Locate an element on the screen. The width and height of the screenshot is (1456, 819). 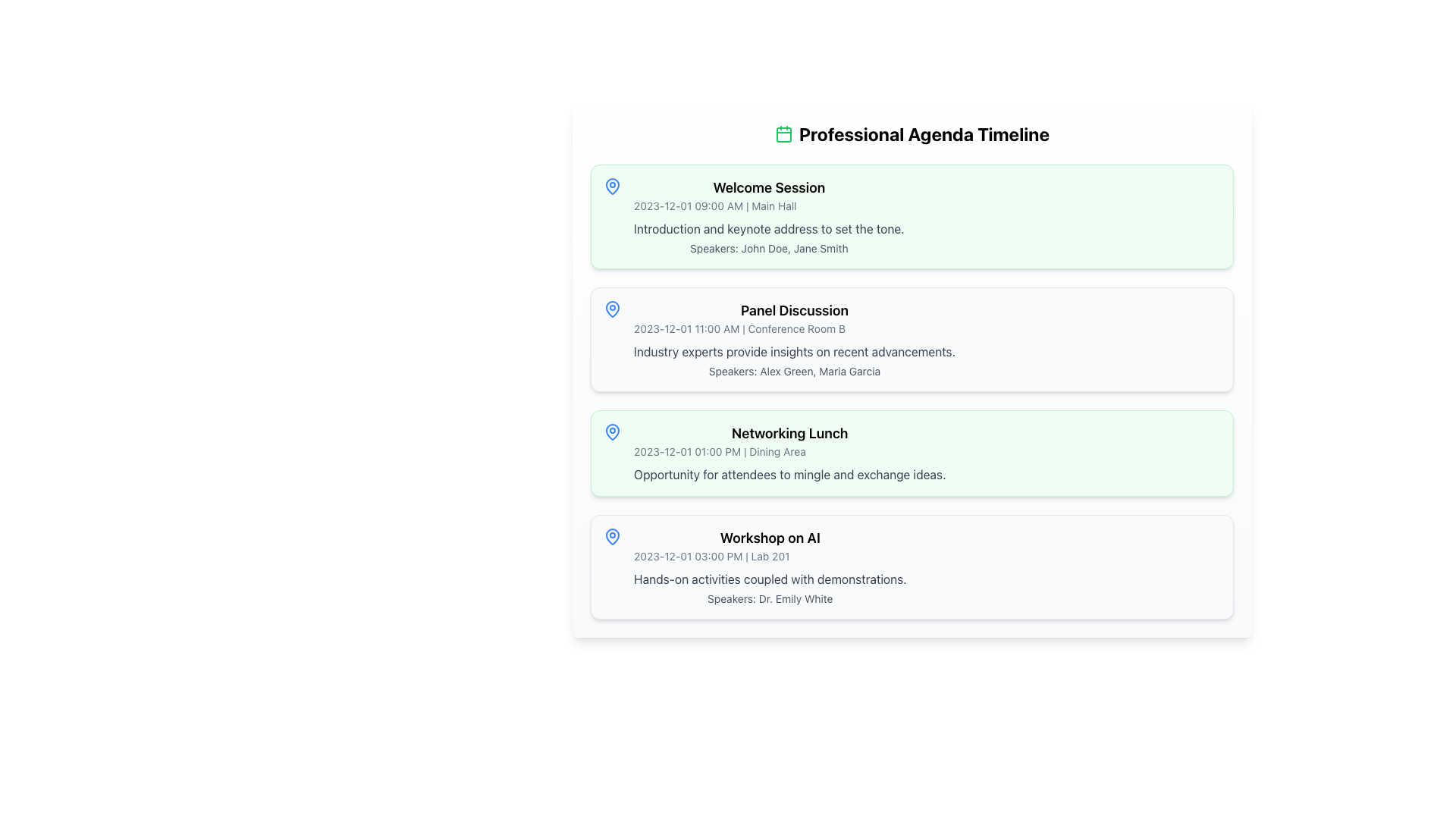
the decorative location icon in the top-left corner of the 'Networking Lunch' event block within the 'Professional Agenda Timeline', which visually indicates location information for the associated event is located at coordinates (612, 432).